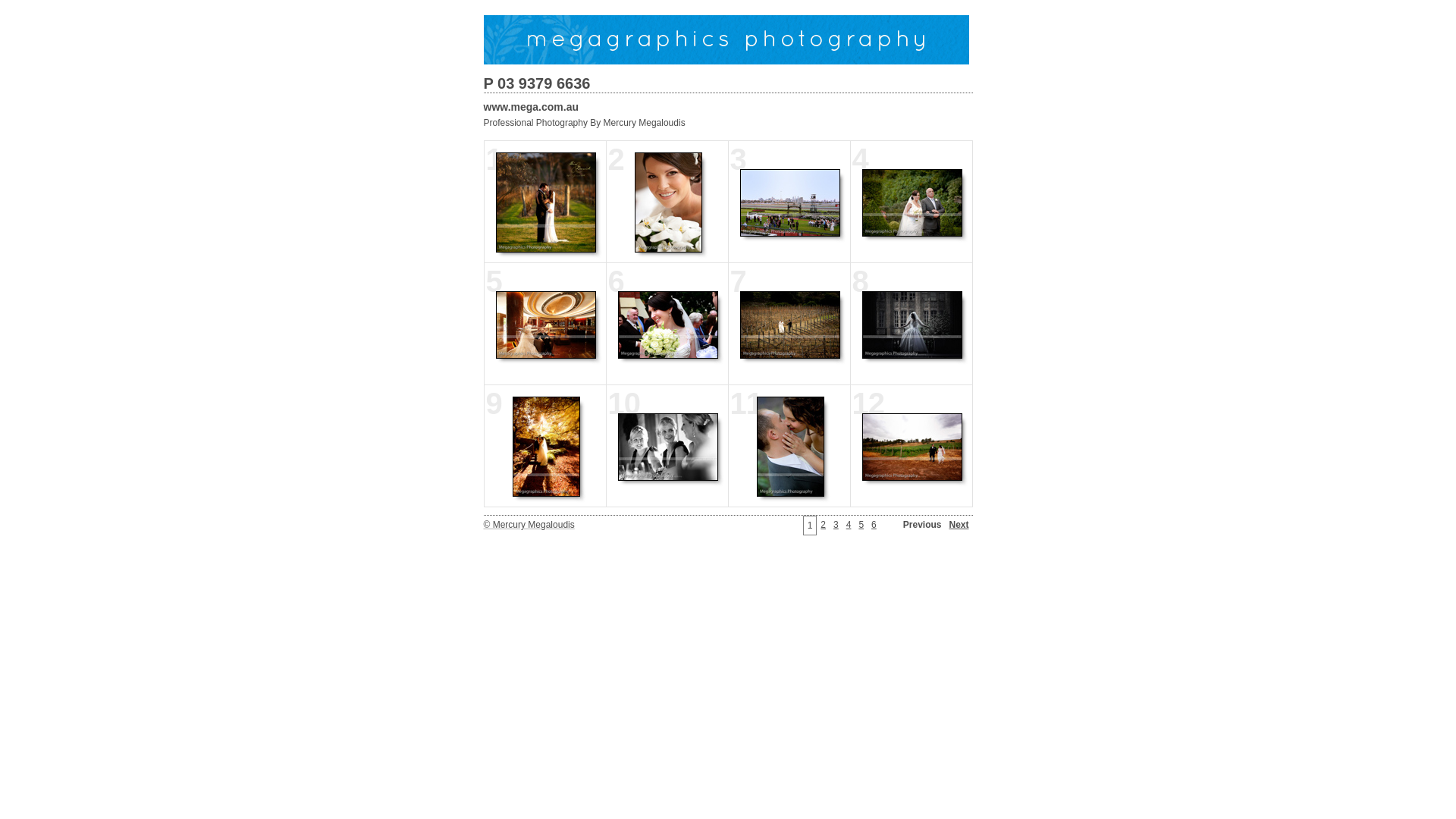 Image resolution: width=1456 pixels, height=819 pixels. Describe the element at coordinates (789, 200) in the screenshot. I see `'3'` at that location.